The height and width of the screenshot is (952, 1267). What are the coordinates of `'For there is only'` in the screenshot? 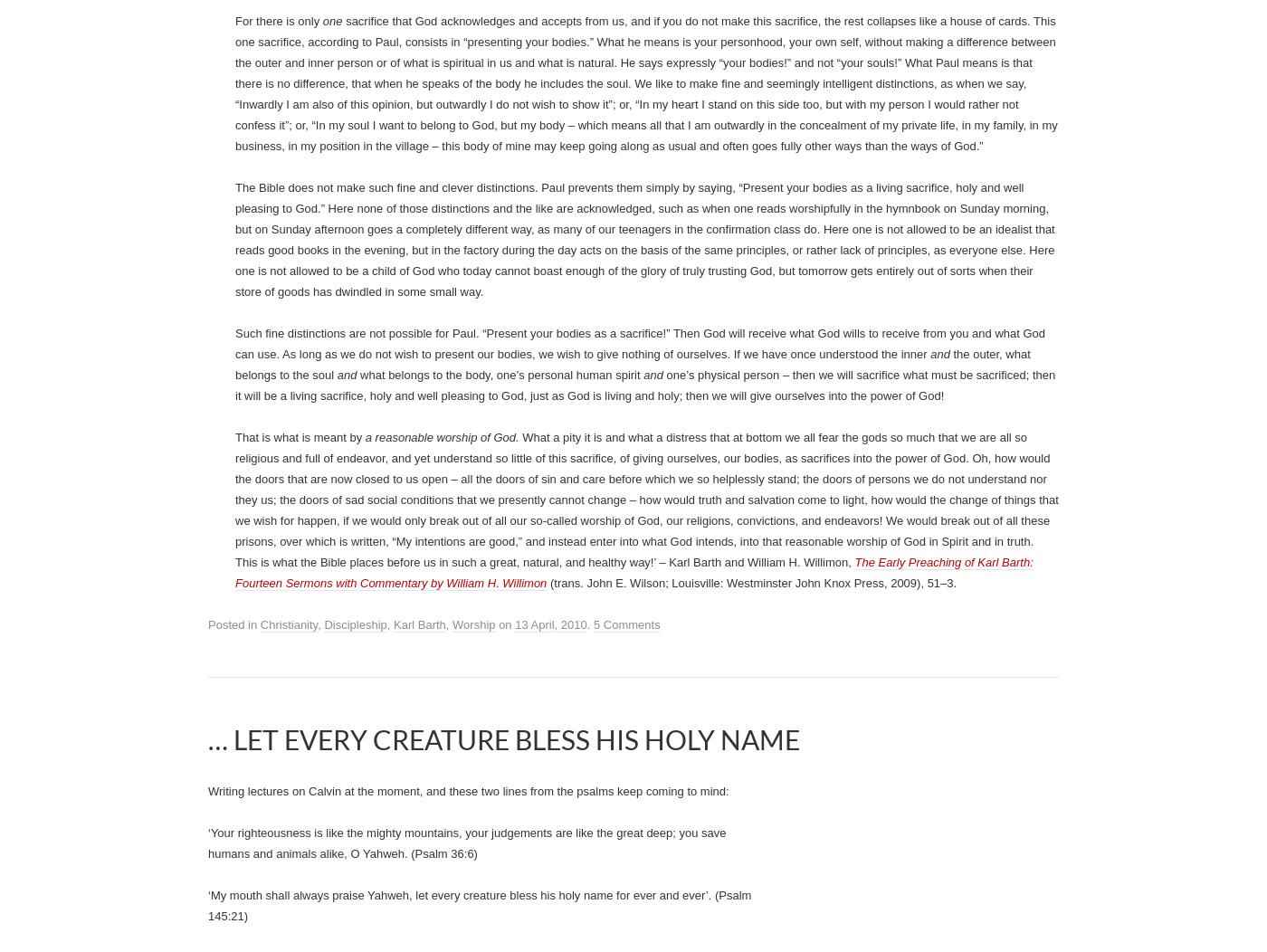 It's located at (279, 715).